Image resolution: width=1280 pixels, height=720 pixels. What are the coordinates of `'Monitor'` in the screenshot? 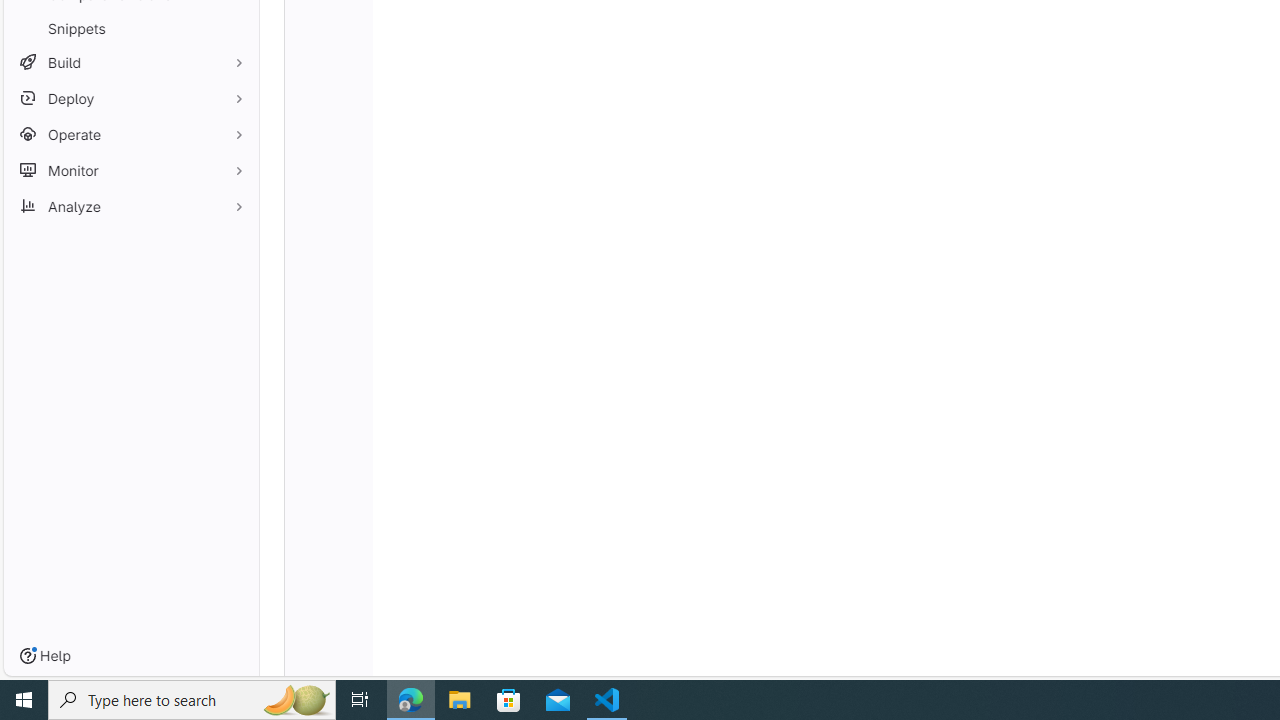 It's located at (130, 169).